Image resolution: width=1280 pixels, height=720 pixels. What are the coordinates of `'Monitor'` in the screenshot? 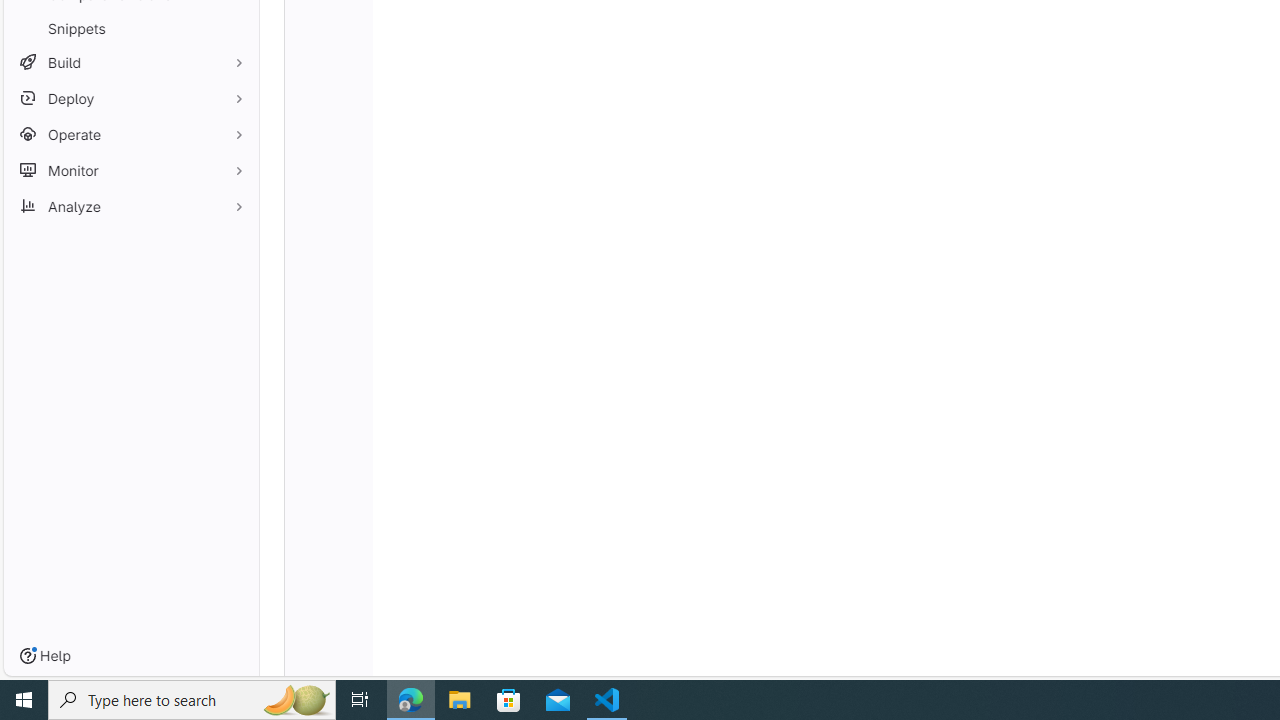 It's located at (130, 169).